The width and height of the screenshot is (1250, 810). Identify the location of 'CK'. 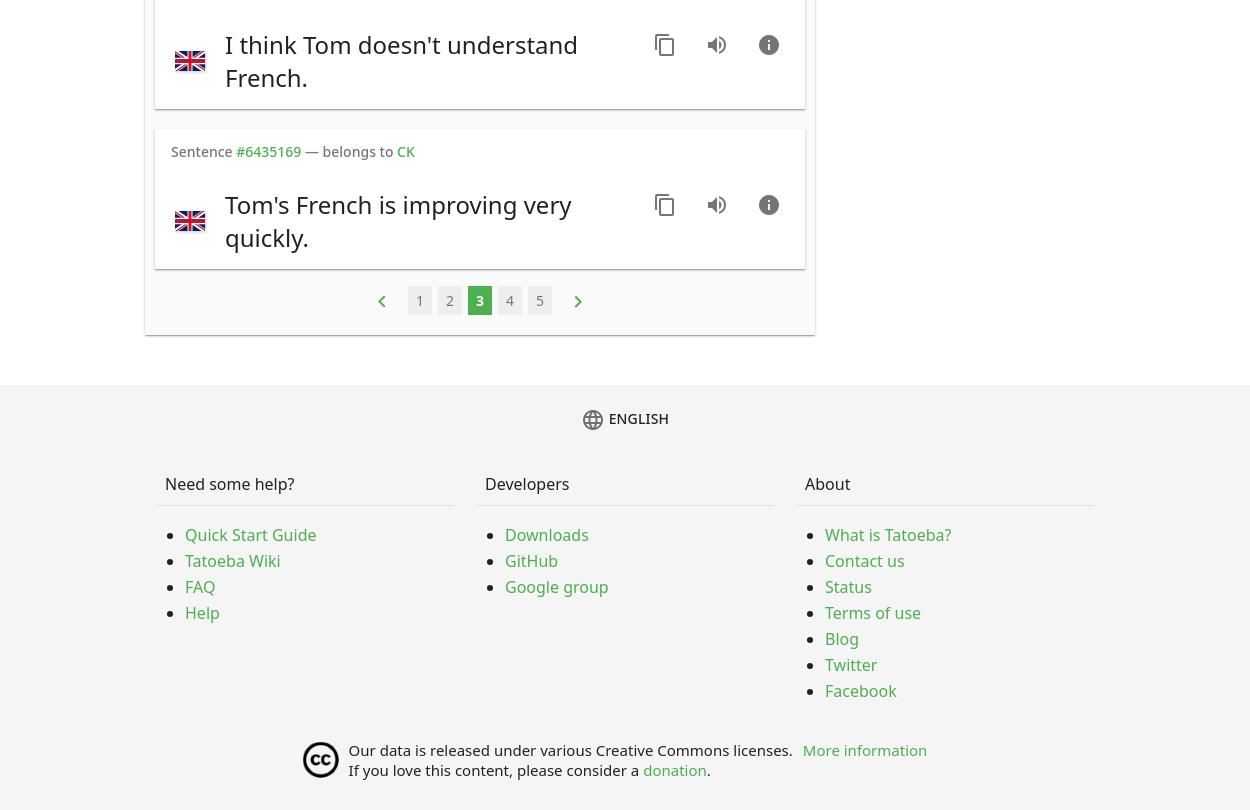
(405, 151).